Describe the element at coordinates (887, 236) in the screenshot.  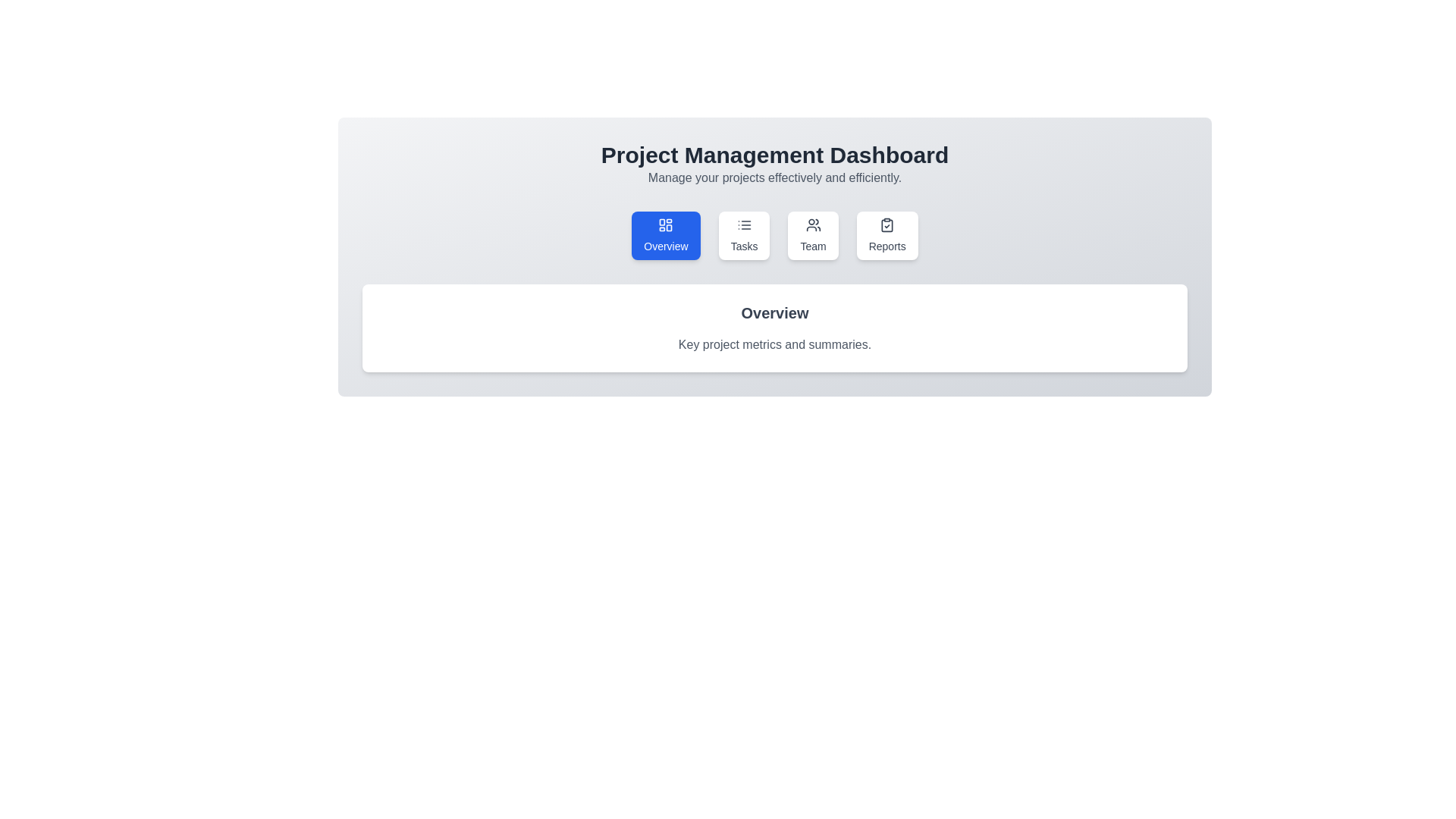
I see `the tab labeled Reports to observe its hover effect` at that location.